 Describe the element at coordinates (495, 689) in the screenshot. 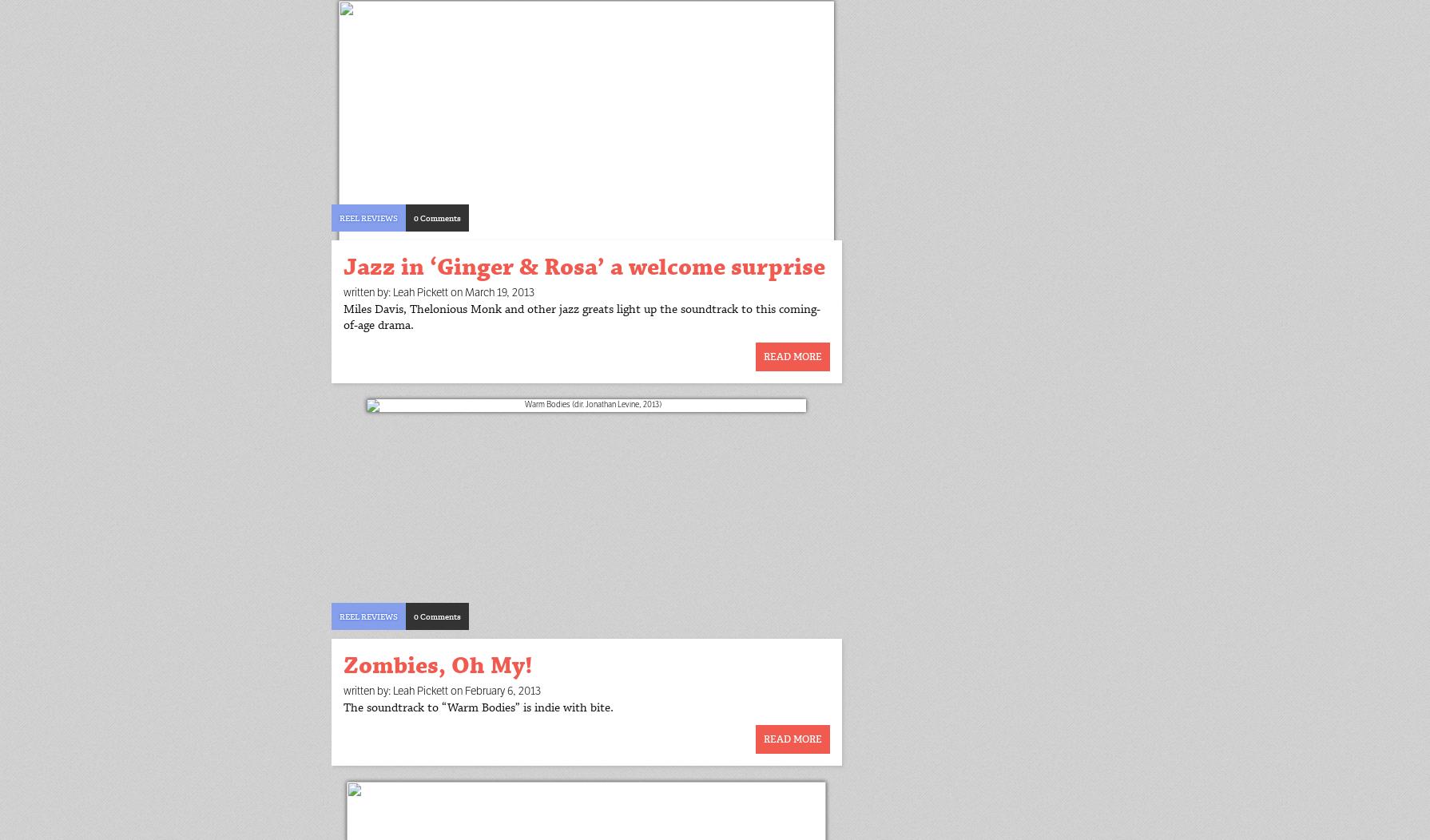

I see `'on February 6, 2013'` at that location.